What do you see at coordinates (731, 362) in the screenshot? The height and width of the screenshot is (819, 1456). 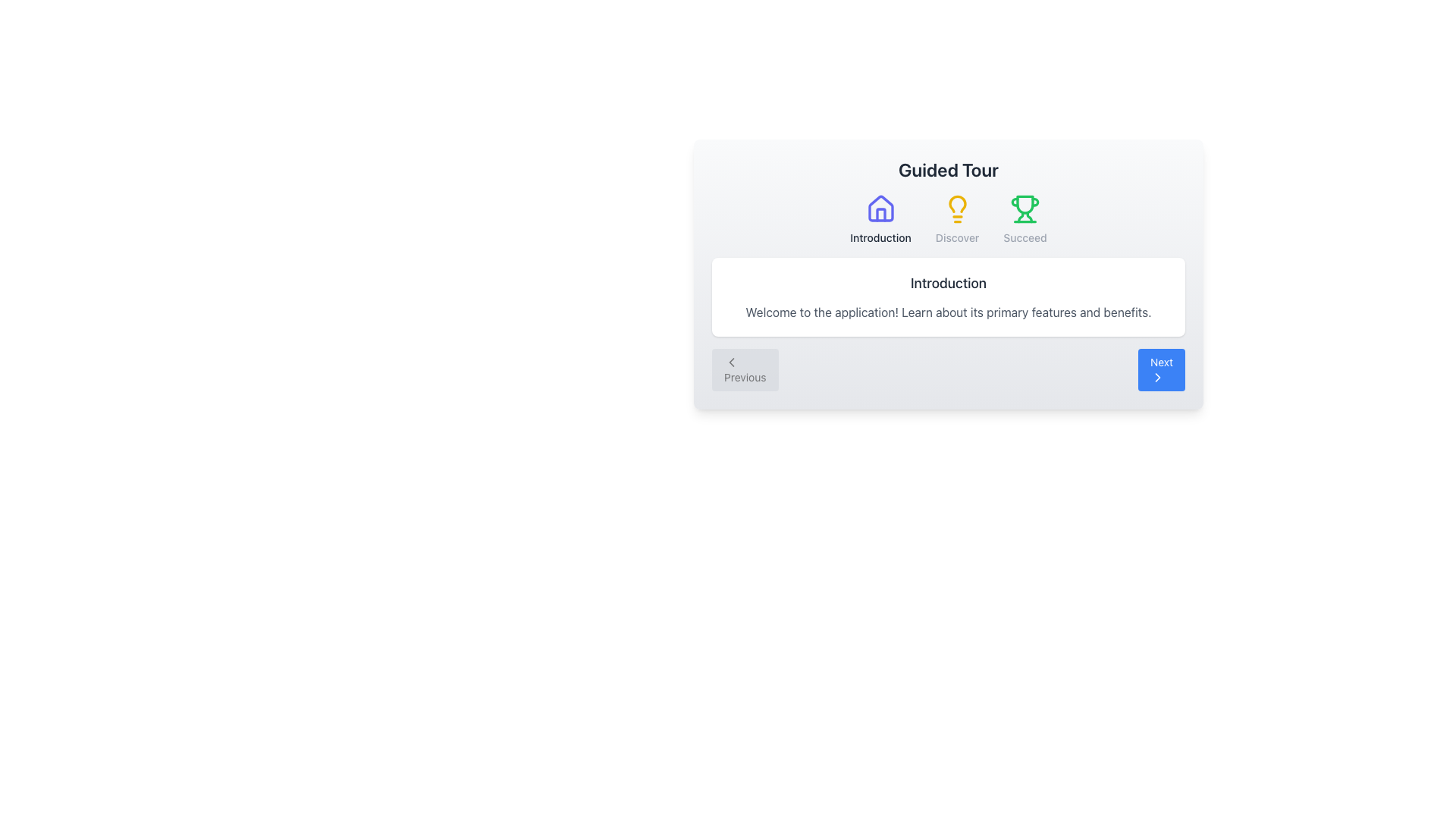 I see `the minimalistic, left-pointing chevron icon enclosed within a square button labeled 'Previous' located in the bottom-left quadrant of the interface` at bounding box center [731, 362].